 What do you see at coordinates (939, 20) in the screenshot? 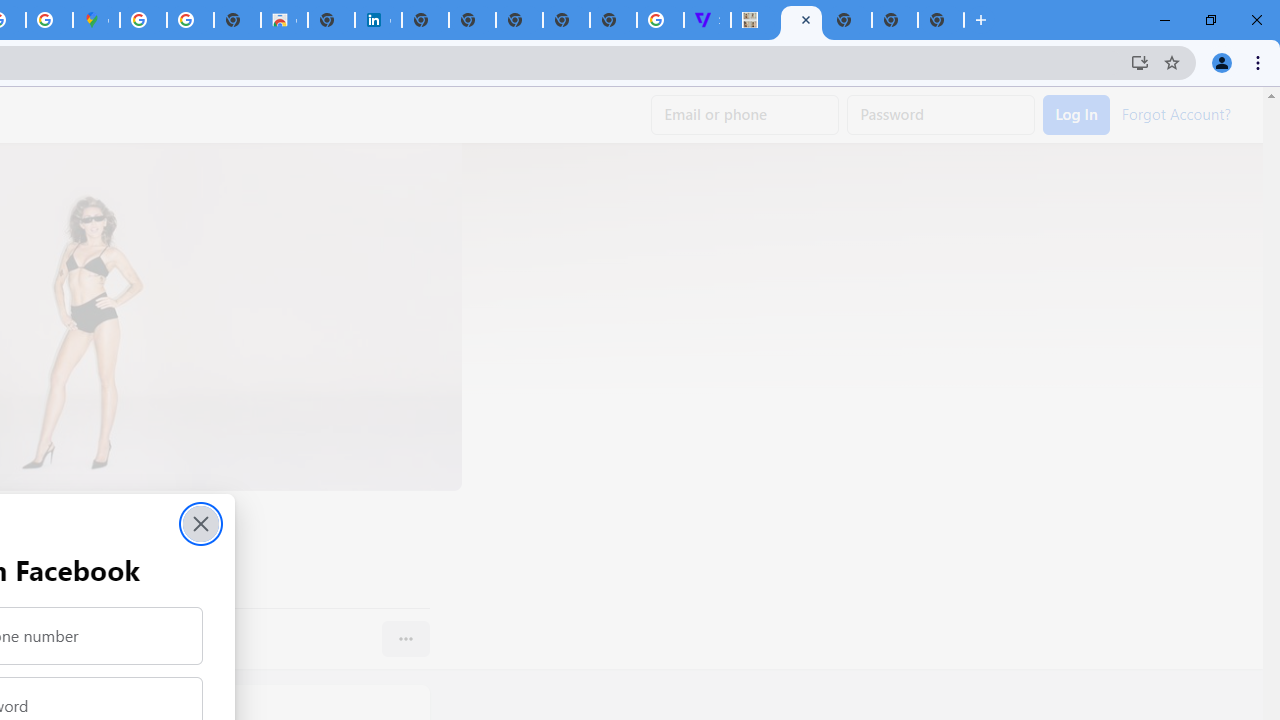
I see `'New Tab'` at bounding box center [939, 20].